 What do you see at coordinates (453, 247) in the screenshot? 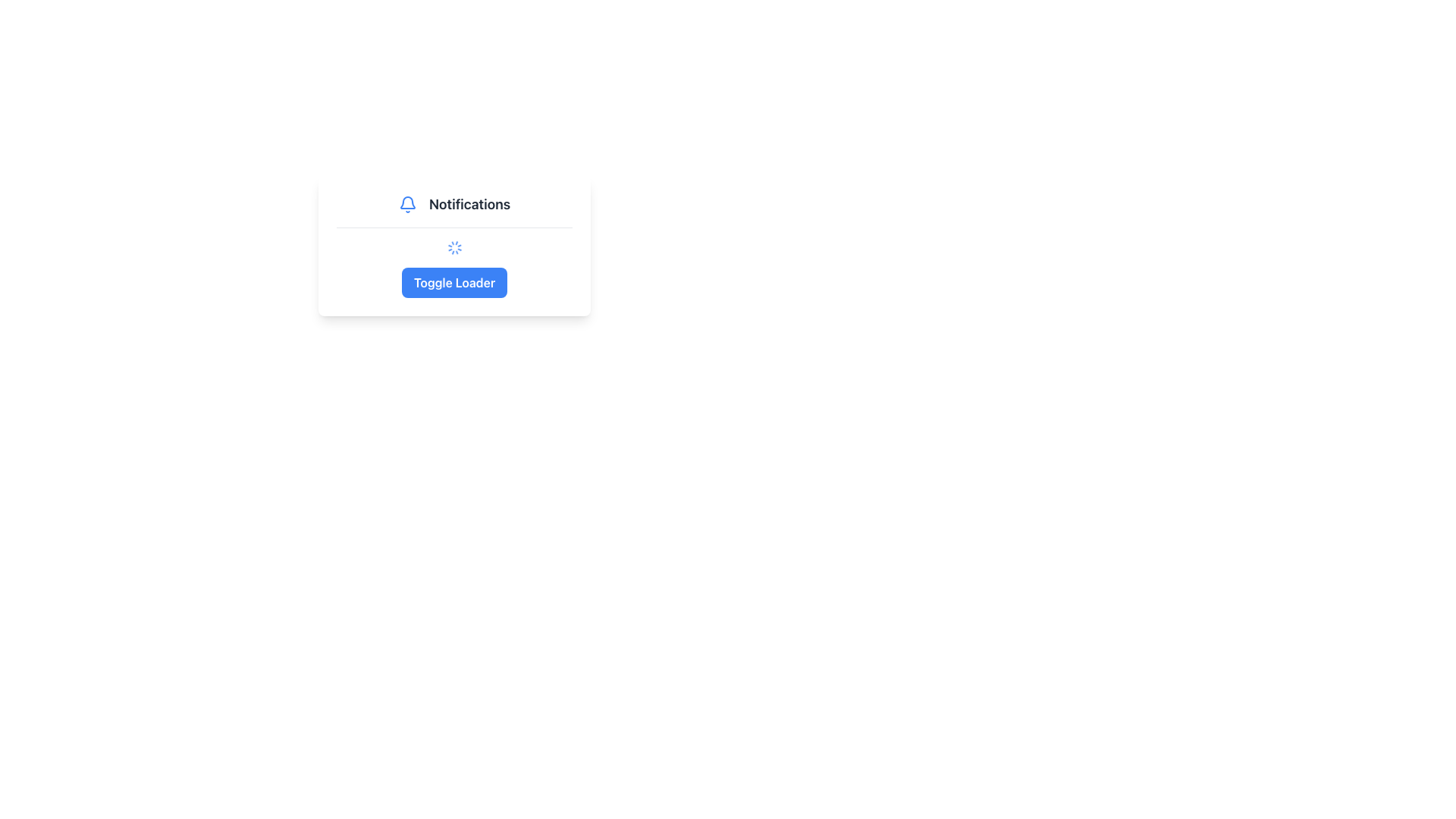
I see `the animation of the Loading Spinner, which is located at the center of the card, directly below a horizontal divider line and above the blue rectangular button labeled 'Toggle Loader'` at bounding box center [453, 247].